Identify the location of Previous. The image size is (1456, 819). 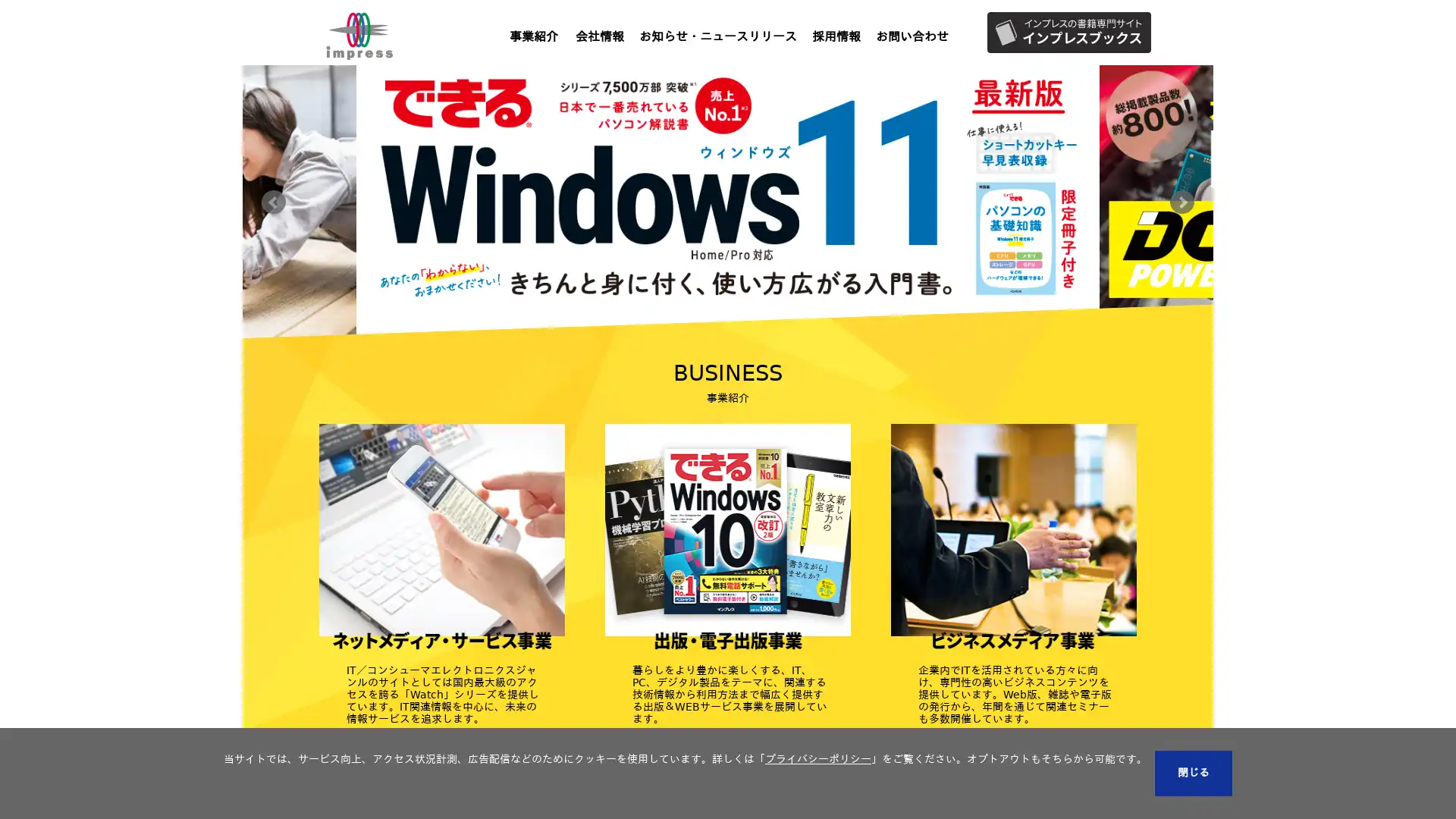
(273, 201).